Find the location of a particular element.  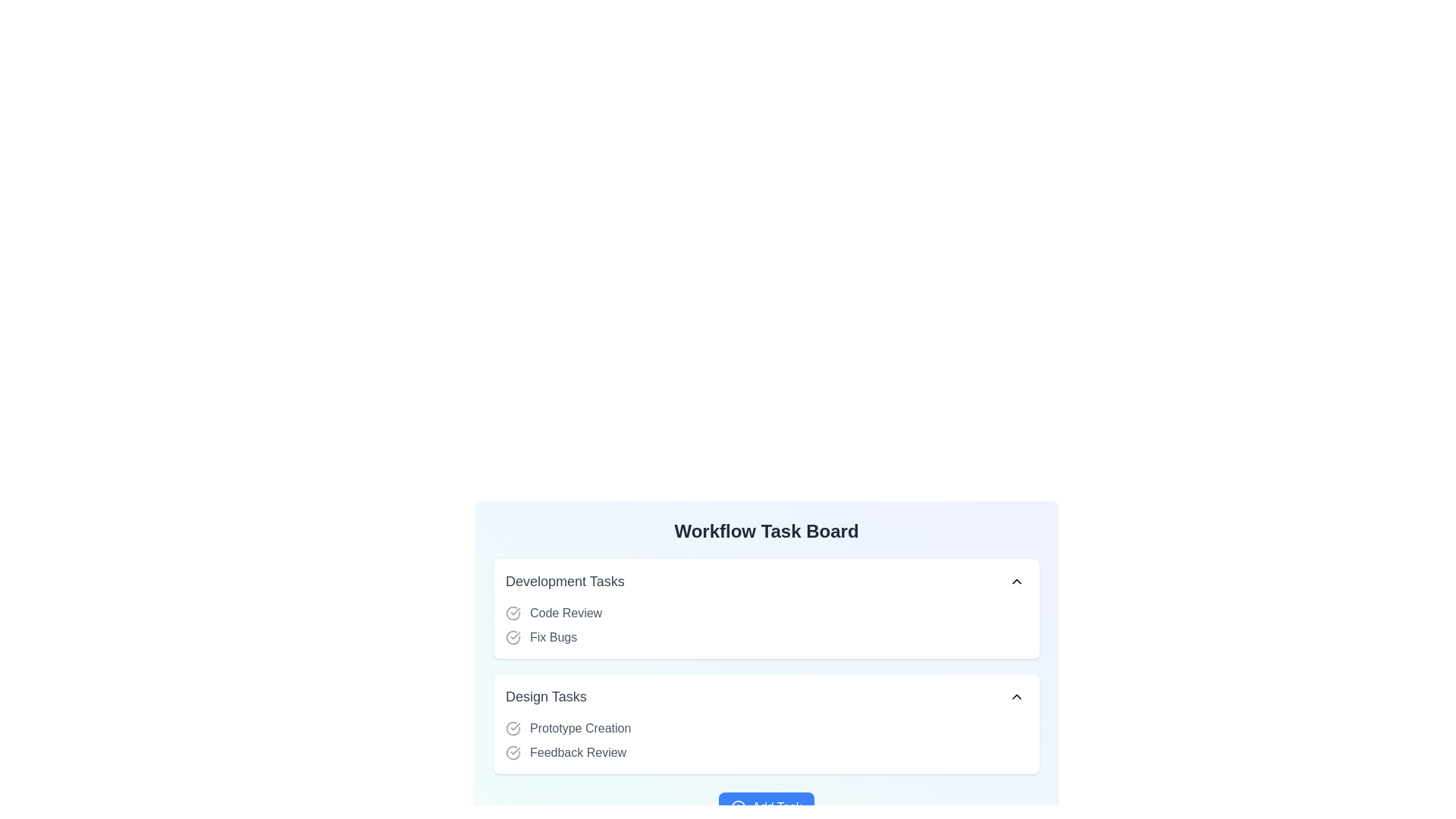

the static text label that represents the task titled 'Prototype Creation' in the 'Design Tasks' section of the task board is located at coordinates (579, 727).